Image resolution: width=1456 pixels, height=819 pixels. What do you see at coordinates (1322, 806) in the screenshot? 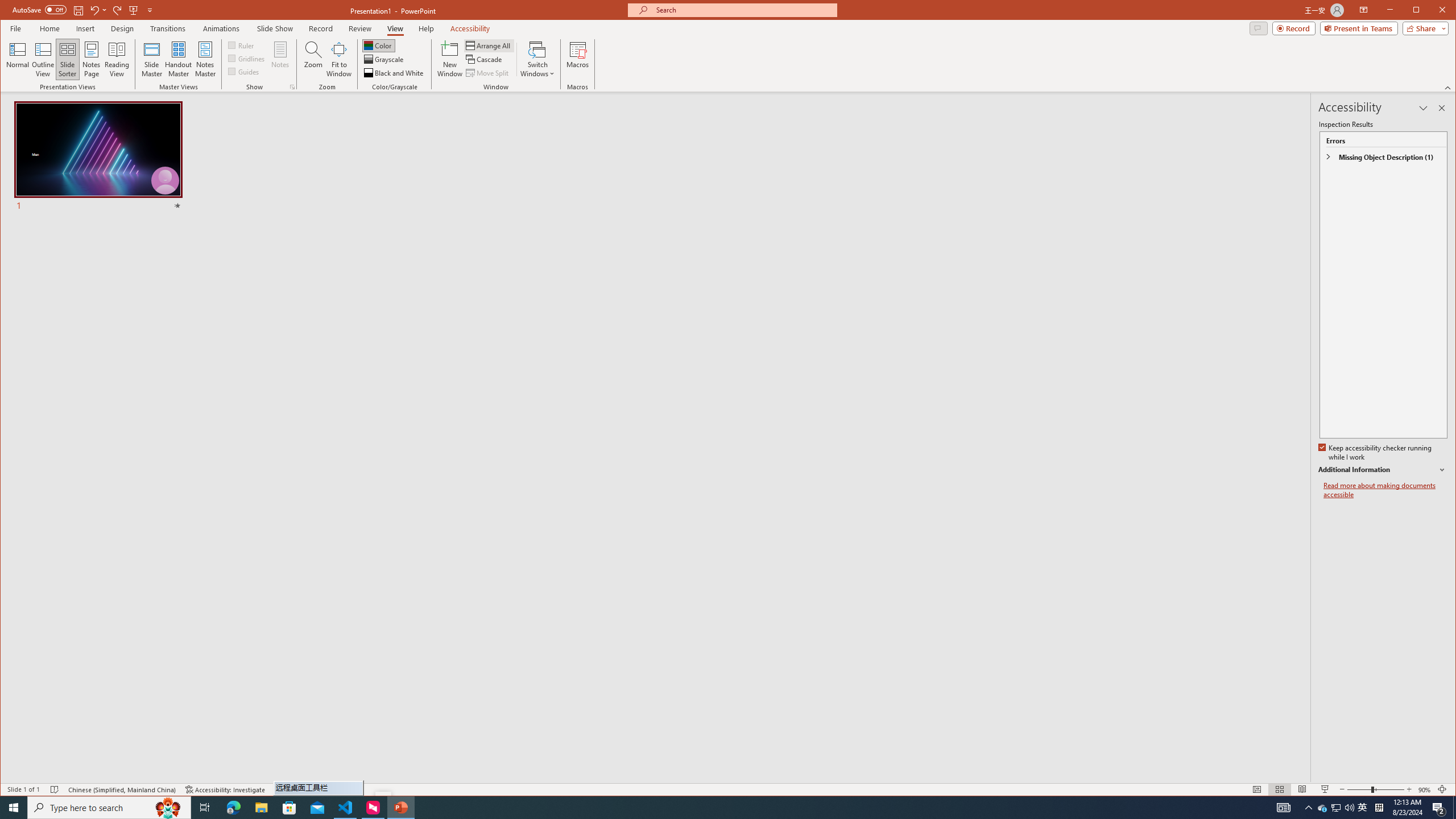
I see `'Color'` at bounding box center [1322, 806].